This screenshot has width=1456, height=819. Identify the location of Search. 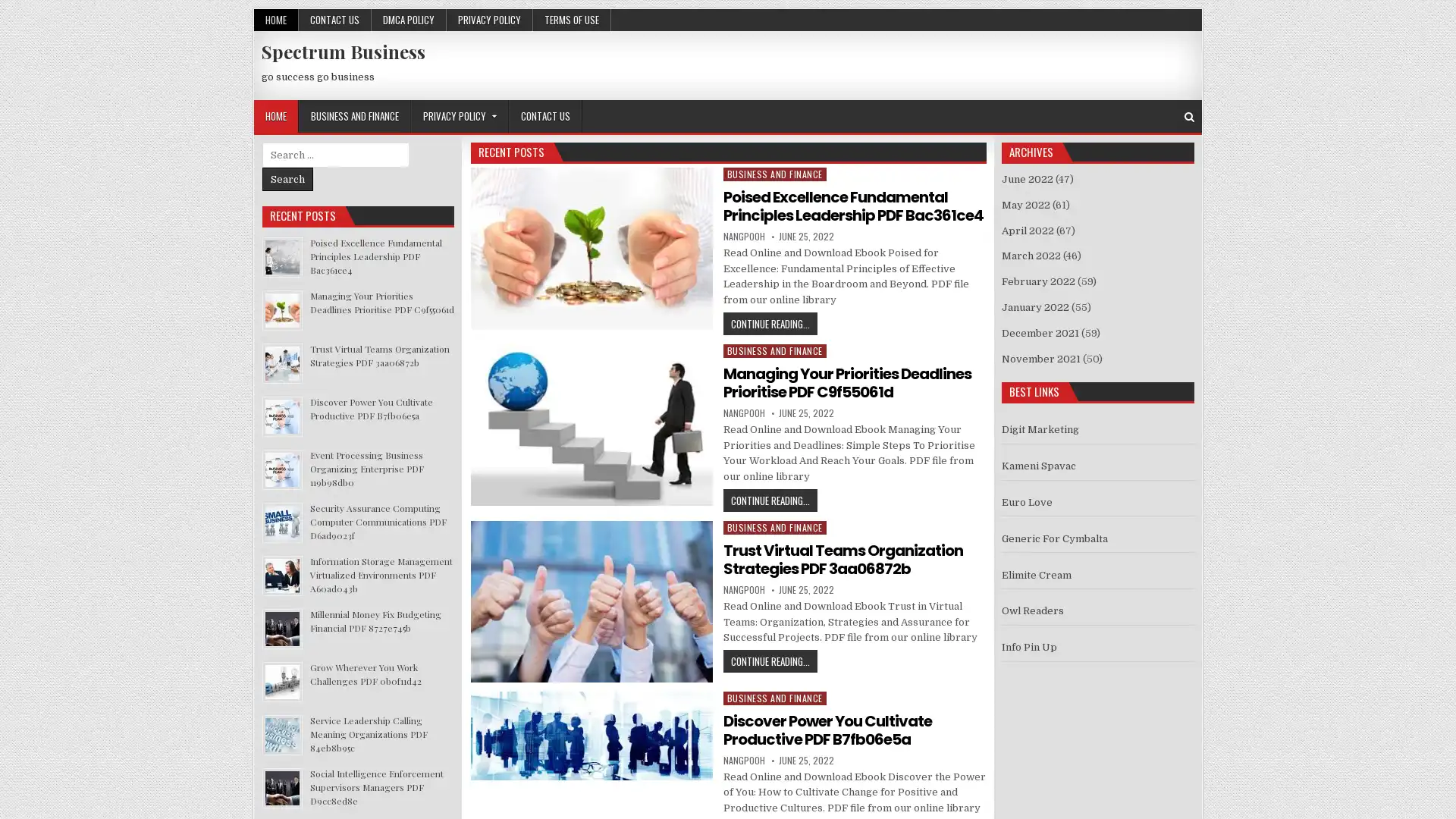
(287, 178).